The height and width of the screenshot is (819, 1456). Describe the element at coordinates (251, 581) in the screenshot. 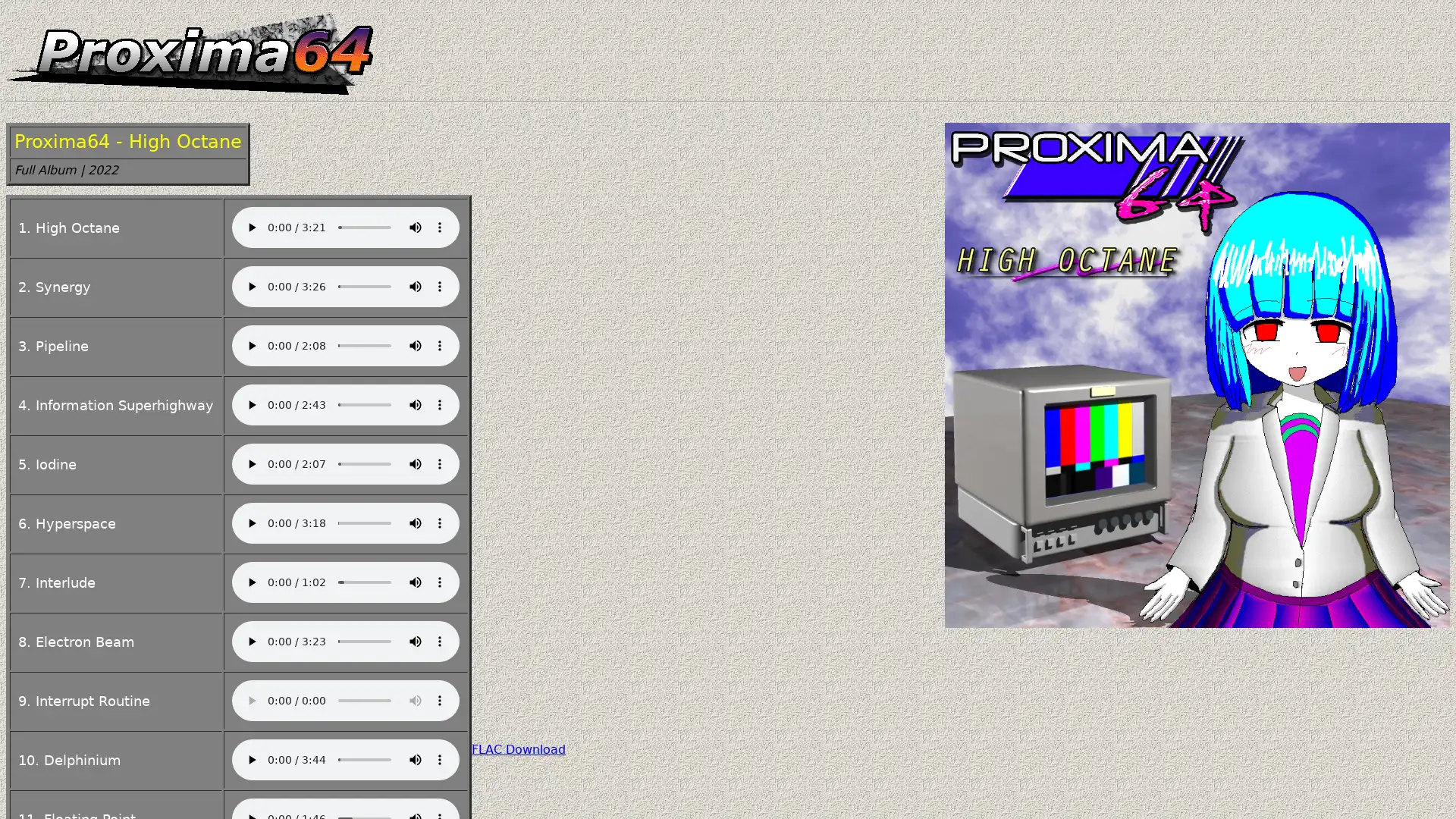

I see `play` at that location.